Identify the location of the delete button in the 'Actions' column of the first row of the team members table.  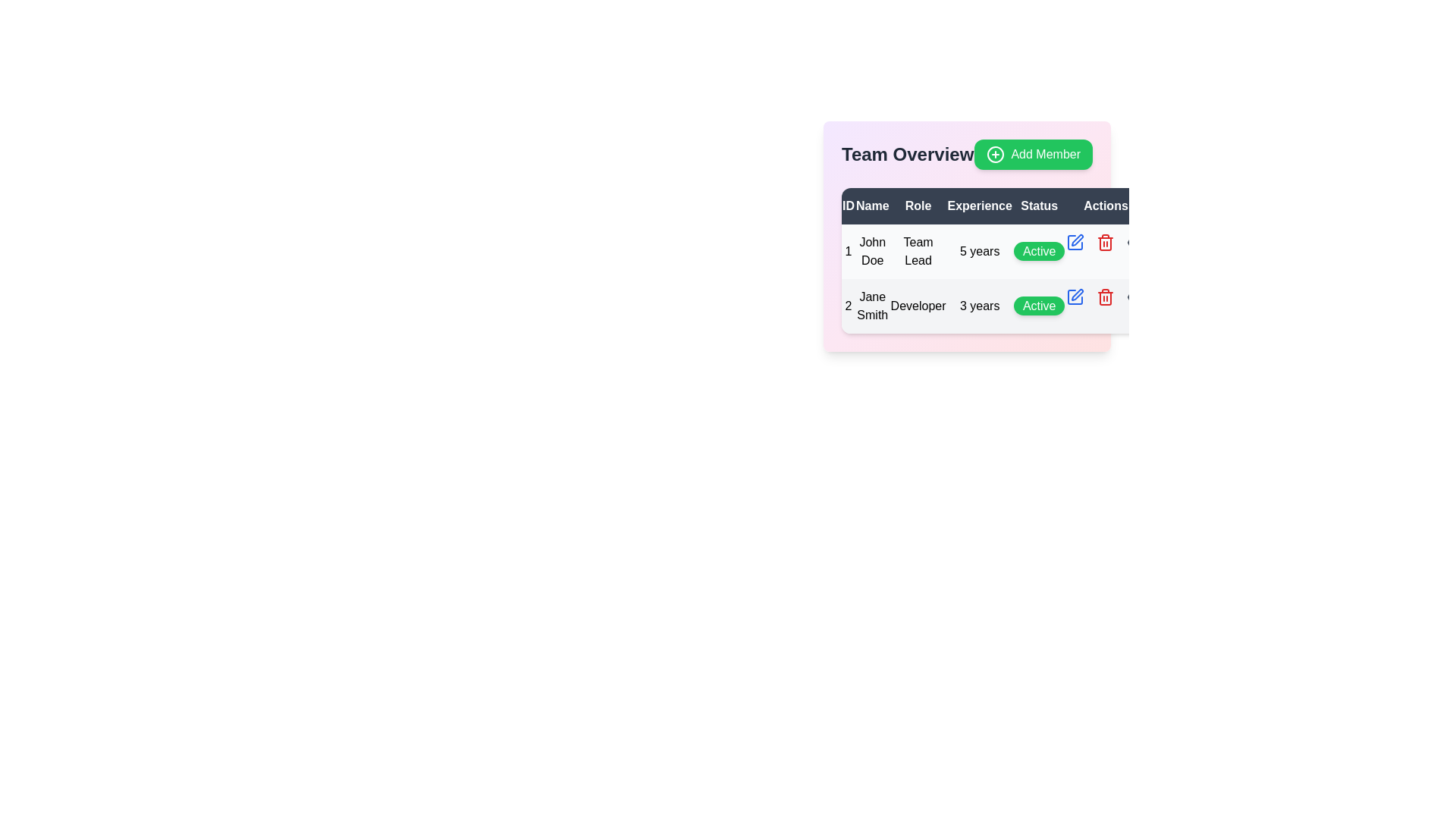
(1106, 242).